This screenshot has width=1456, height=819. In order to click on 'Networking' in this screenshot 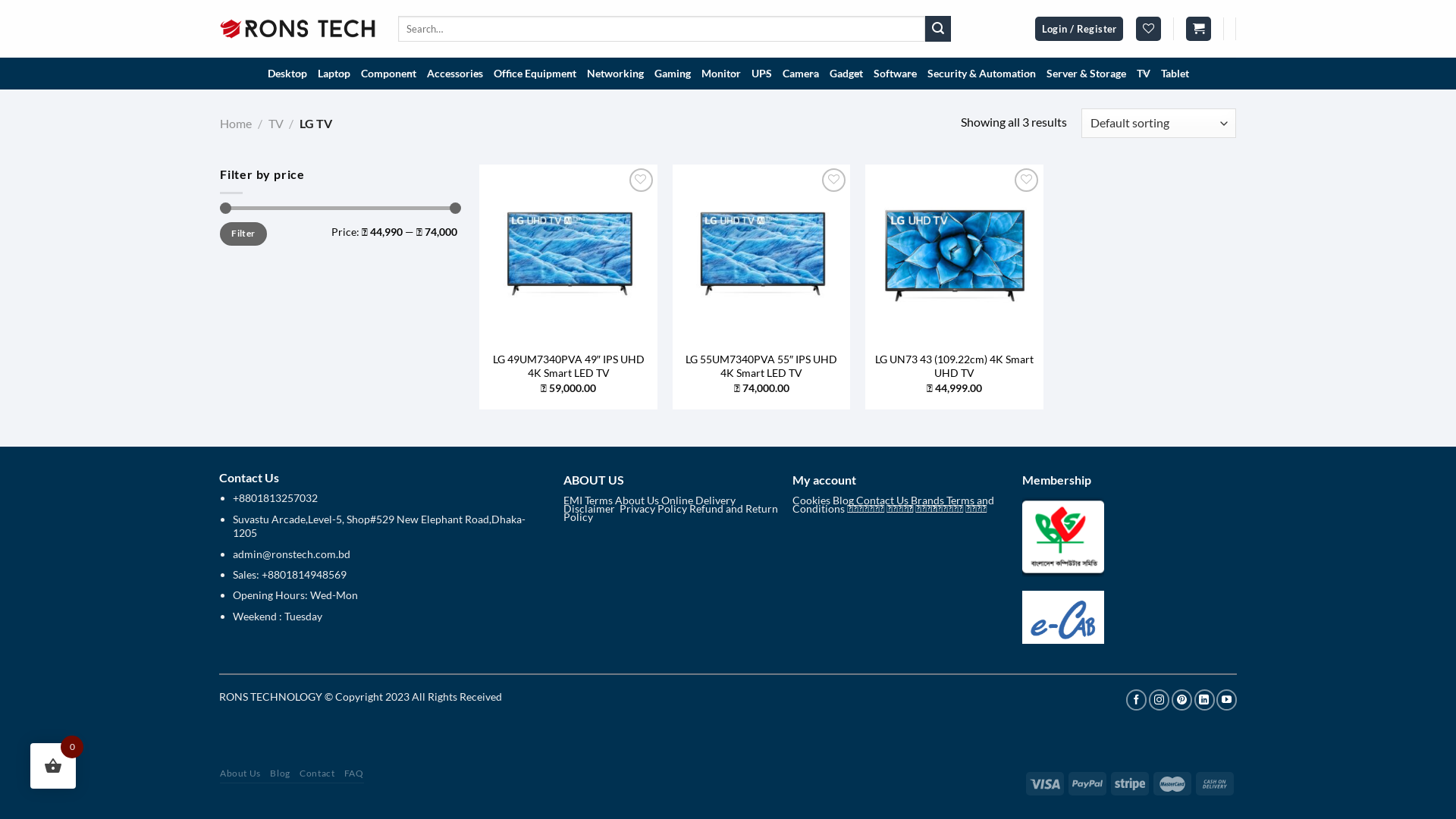, I will do `click(614, 73)`.